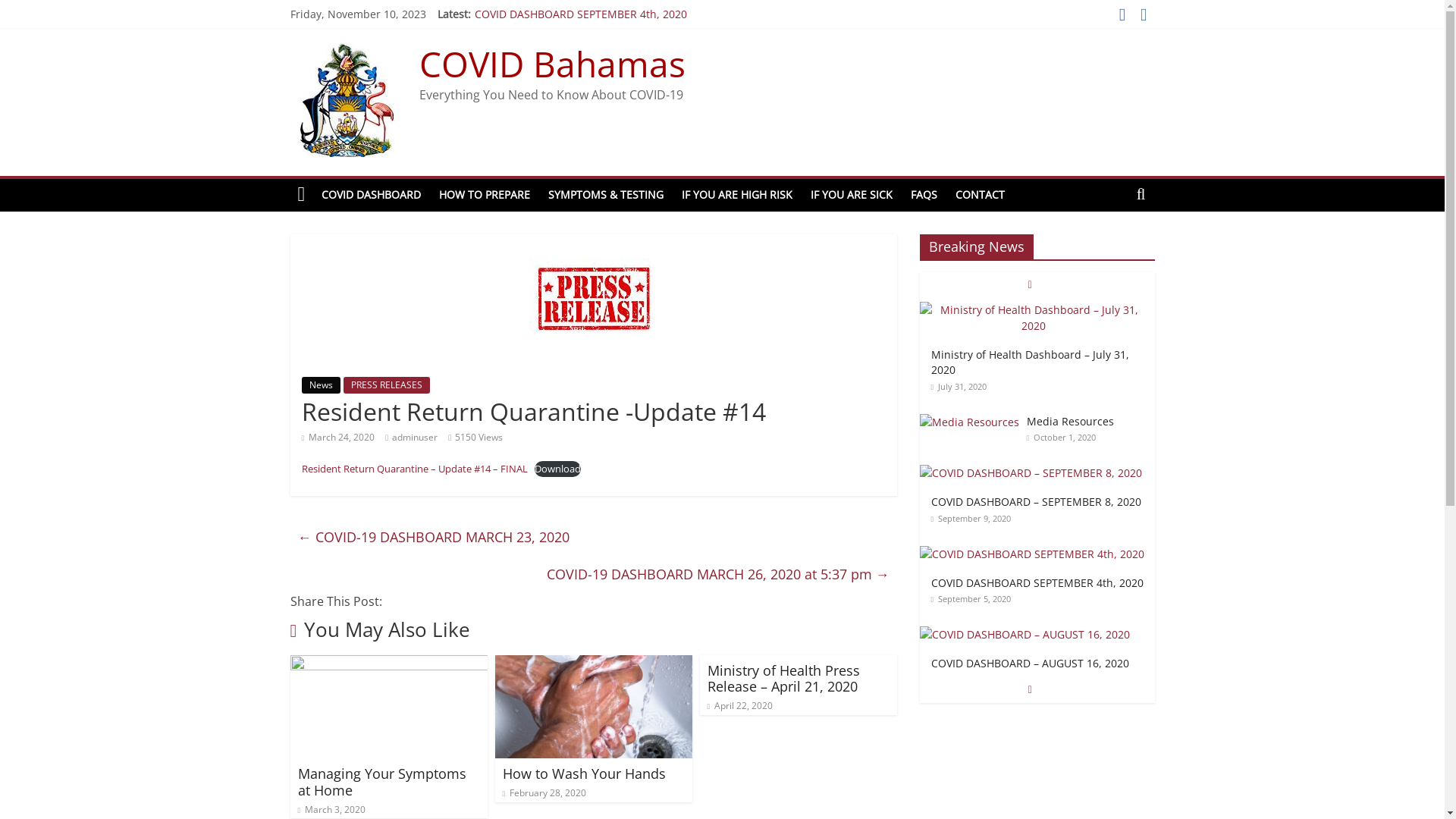 The width and height of the screenshot is (1456, 819). I want to click on 'Media Resources', so click(968, 422).